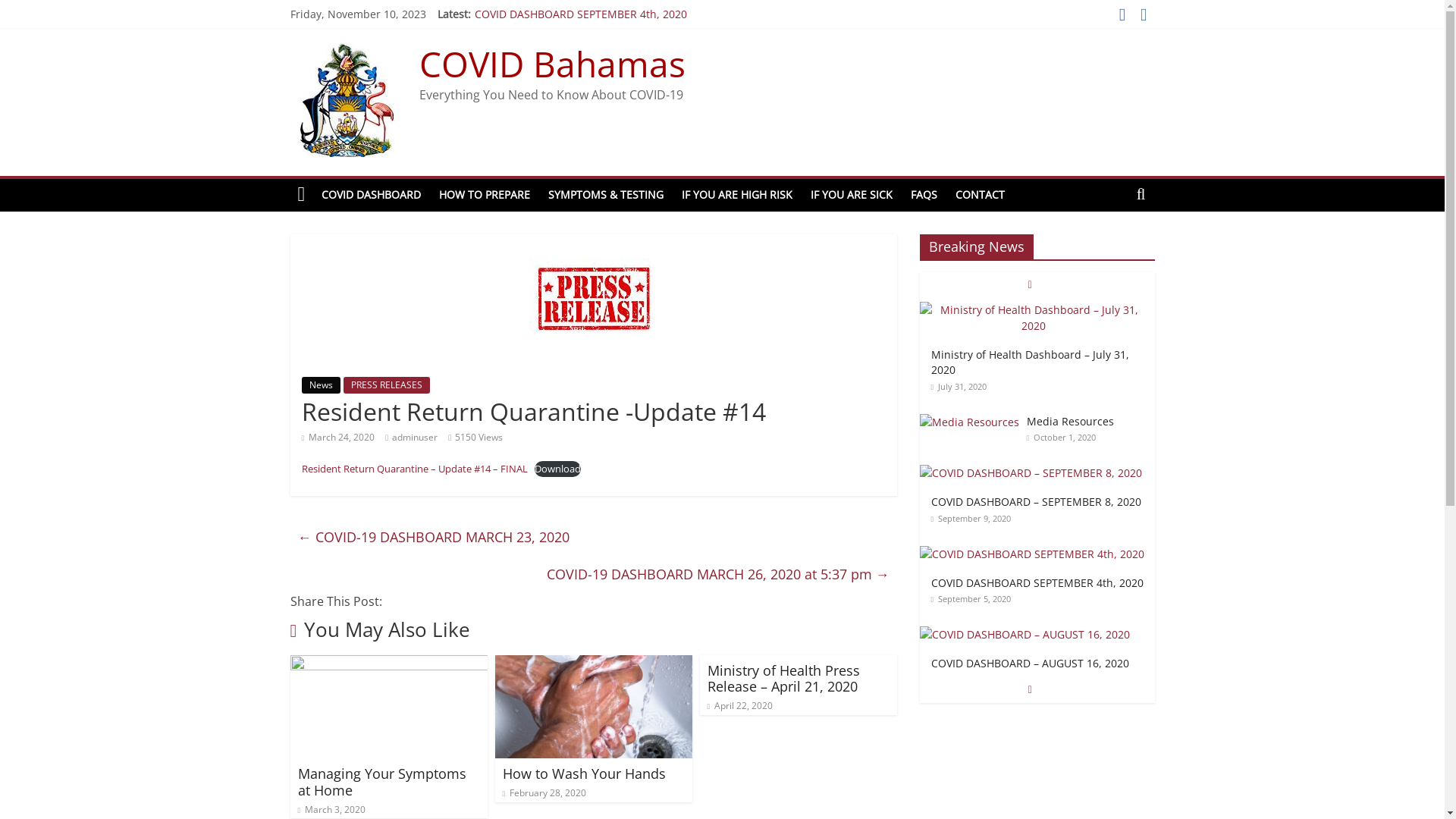 The width and height of the screenshot is (1456, 819). I want to click on 'Media Resources', so click(968, 422).